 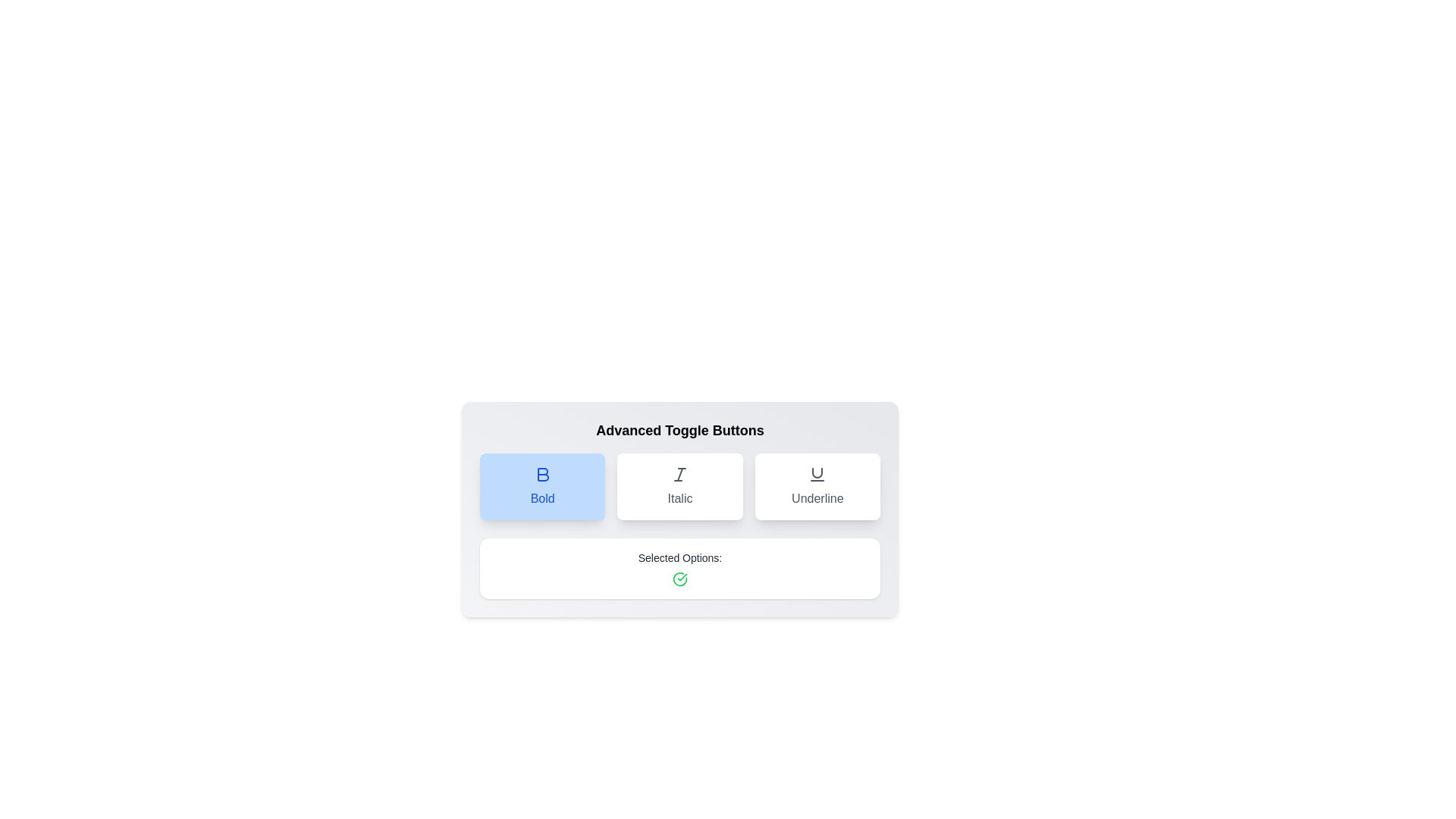 What do you see at coordinates (679, 486) in the screenshot?
I see `the button labeled Italic to observe the hover effect` at bounding box center [679, 486].